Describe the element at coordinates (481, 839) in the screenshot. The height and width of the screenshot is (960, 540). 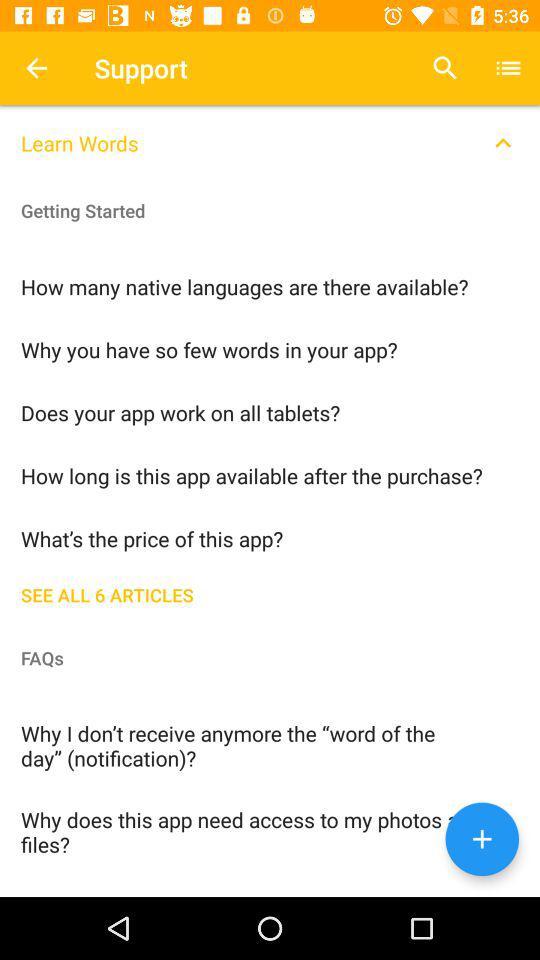
I see `the add icon` at that location.